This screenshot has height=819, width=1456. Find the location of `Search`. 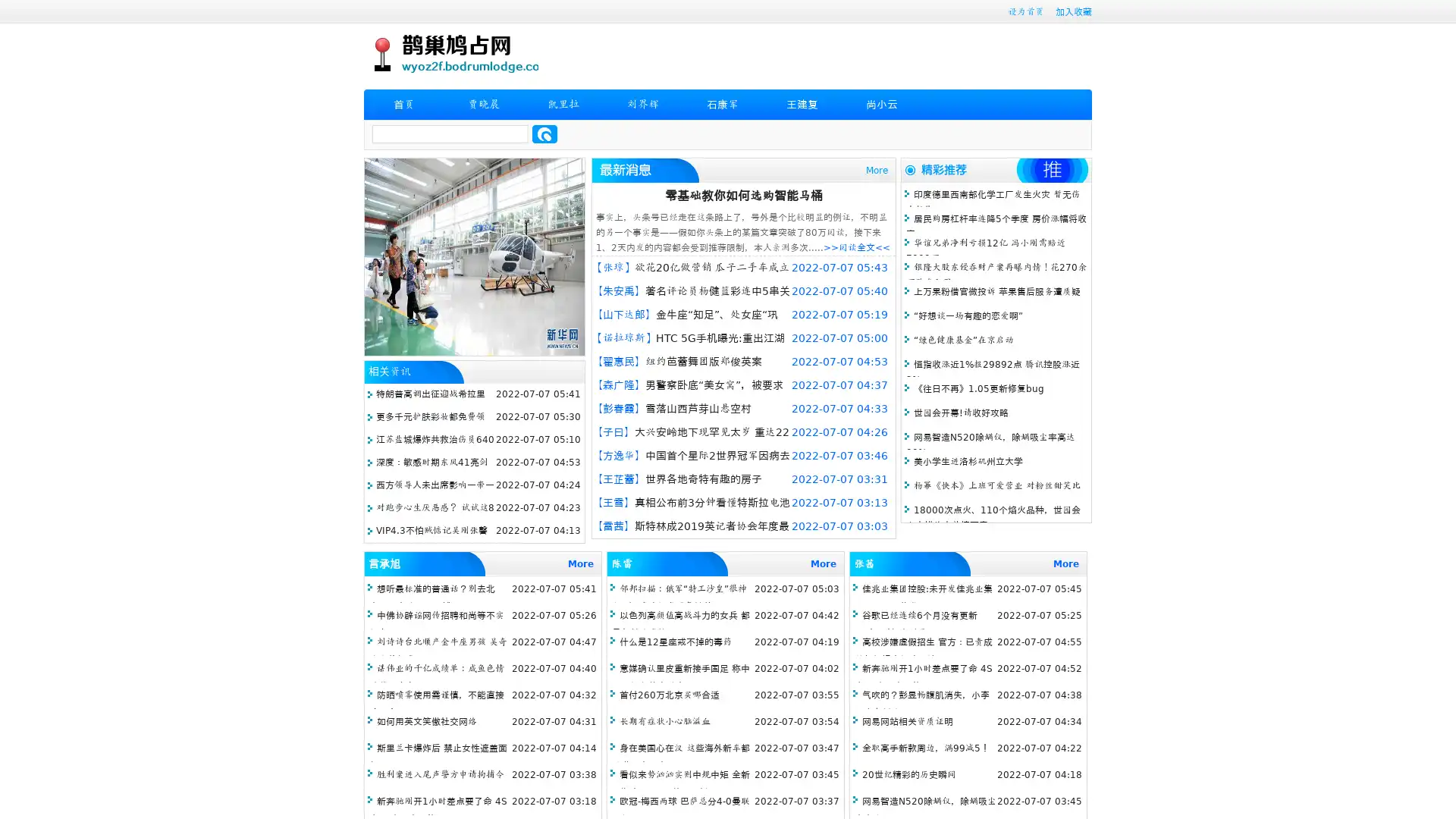

Search is located at coordinates (544, 133).